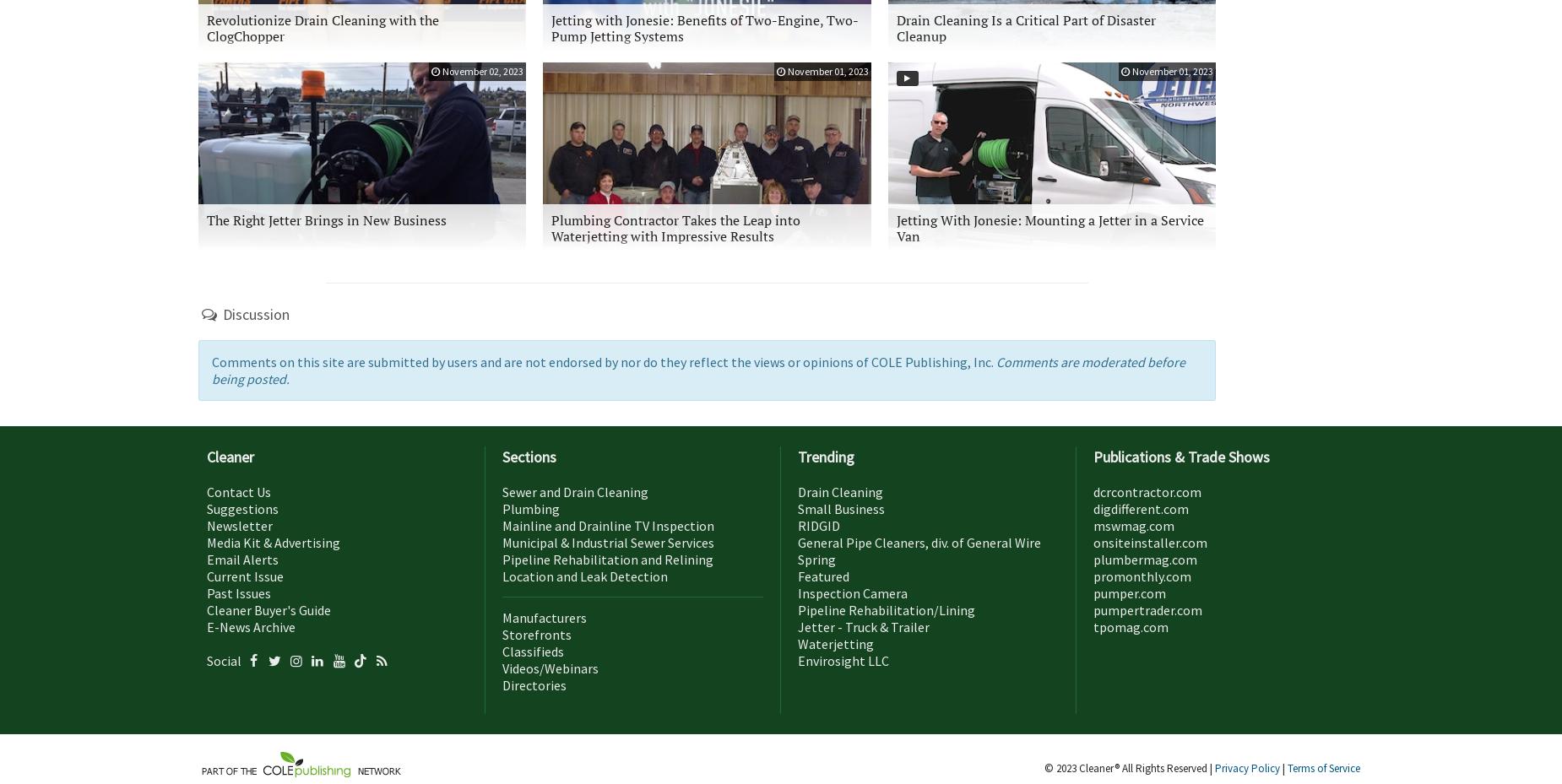 The width and height of the screenshot is (1562, 784). I want to click on 'pumpertrader.com', so click(1147, 609).